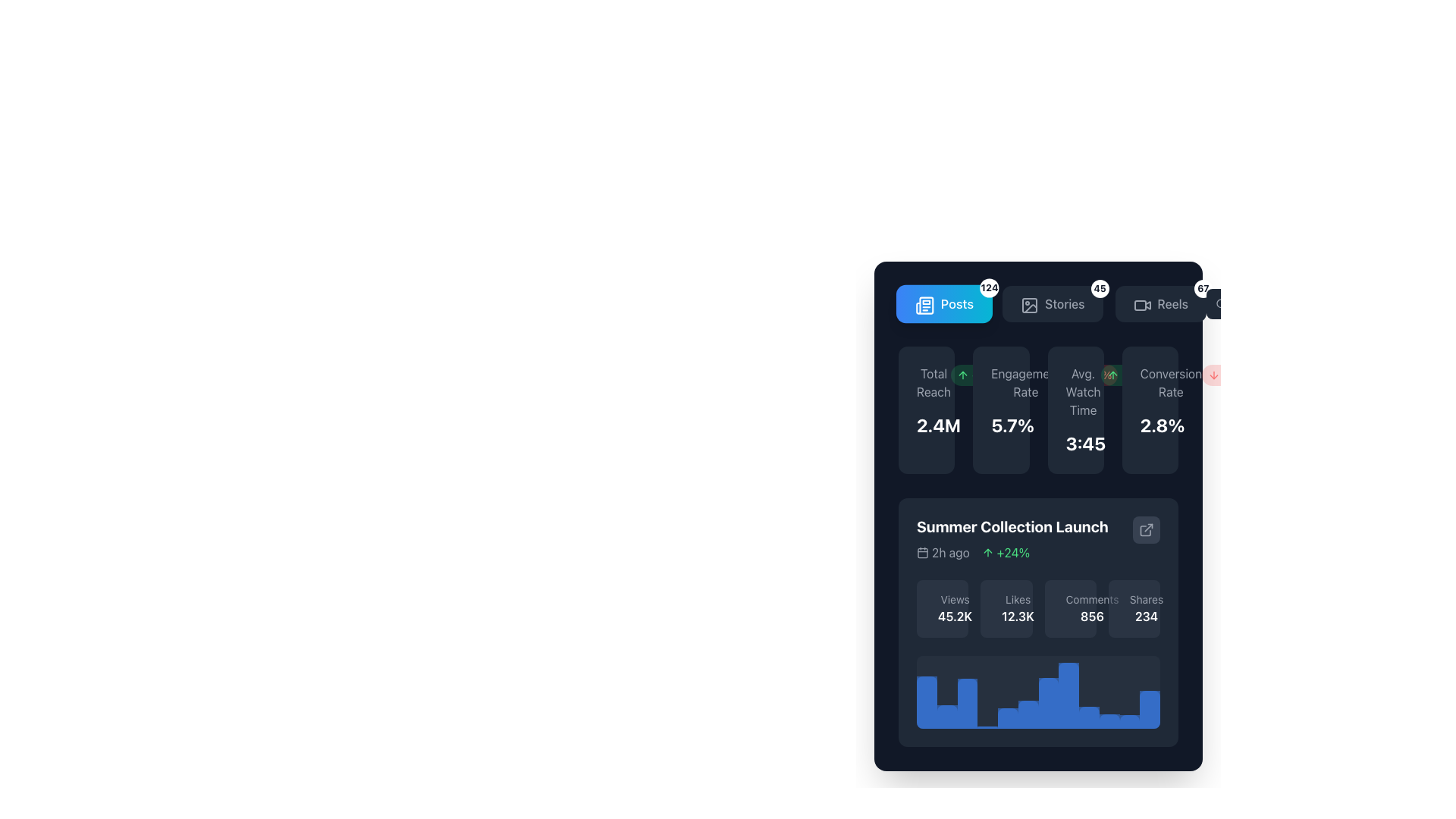  Describe the element at coordinates (942, 553) in the screenshot. I see `the text component displaying '2h ago', which is styled in light gray and located under the 'Summer Collection Launch' section` at that location.